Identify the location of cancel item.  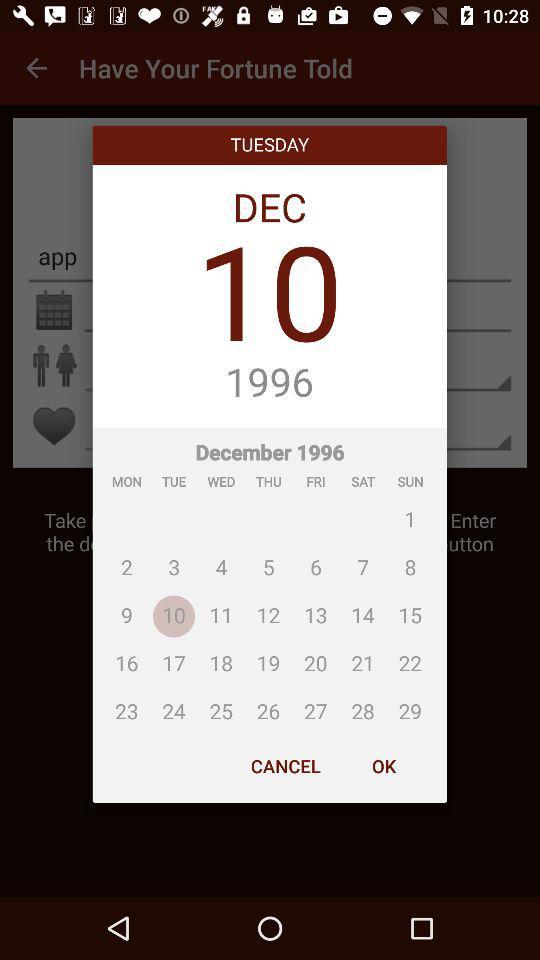
(284, 765).